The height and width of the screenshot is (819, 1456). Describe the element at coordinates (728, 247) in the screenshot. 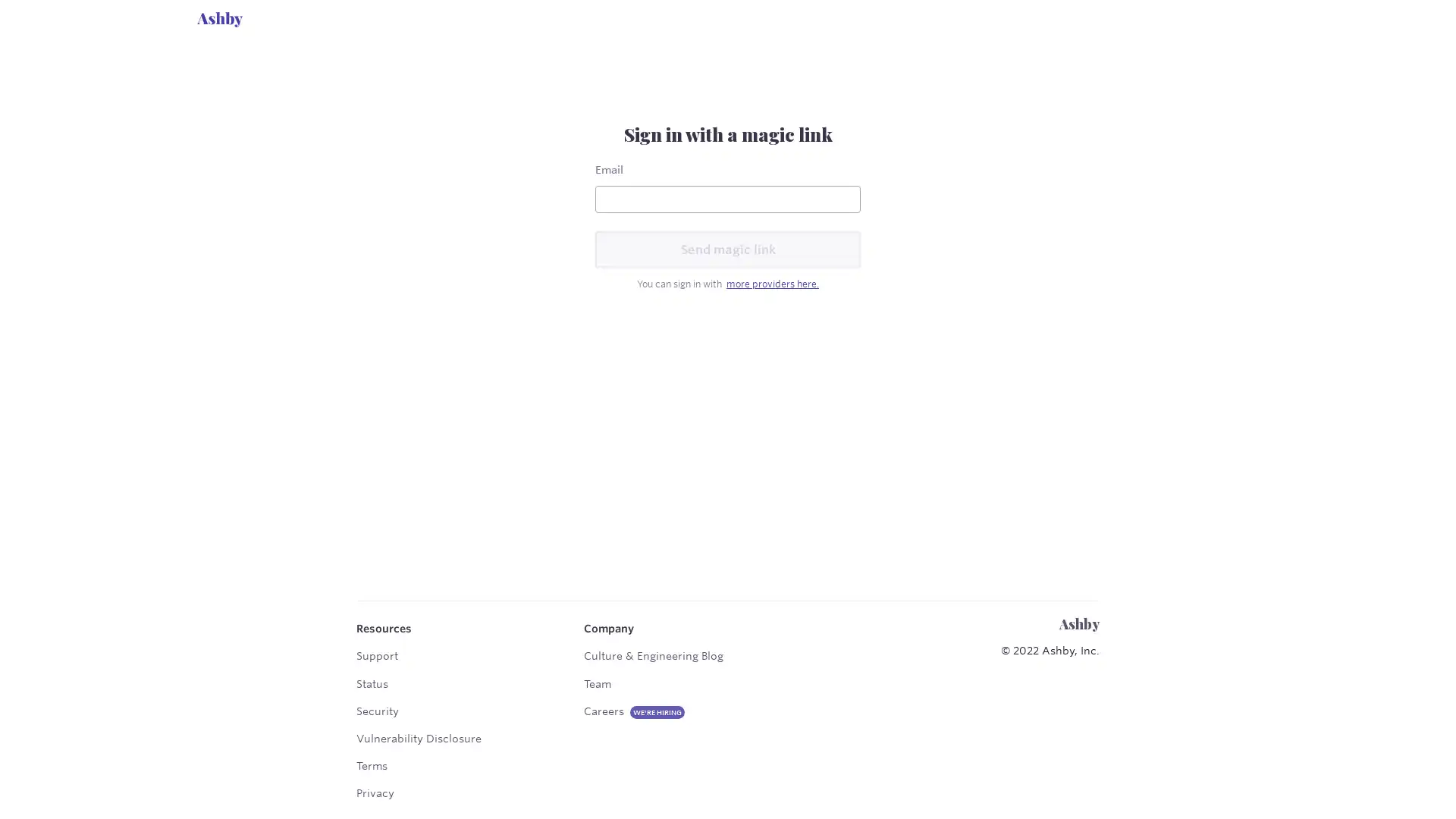

I see `Send magic link` at that location.